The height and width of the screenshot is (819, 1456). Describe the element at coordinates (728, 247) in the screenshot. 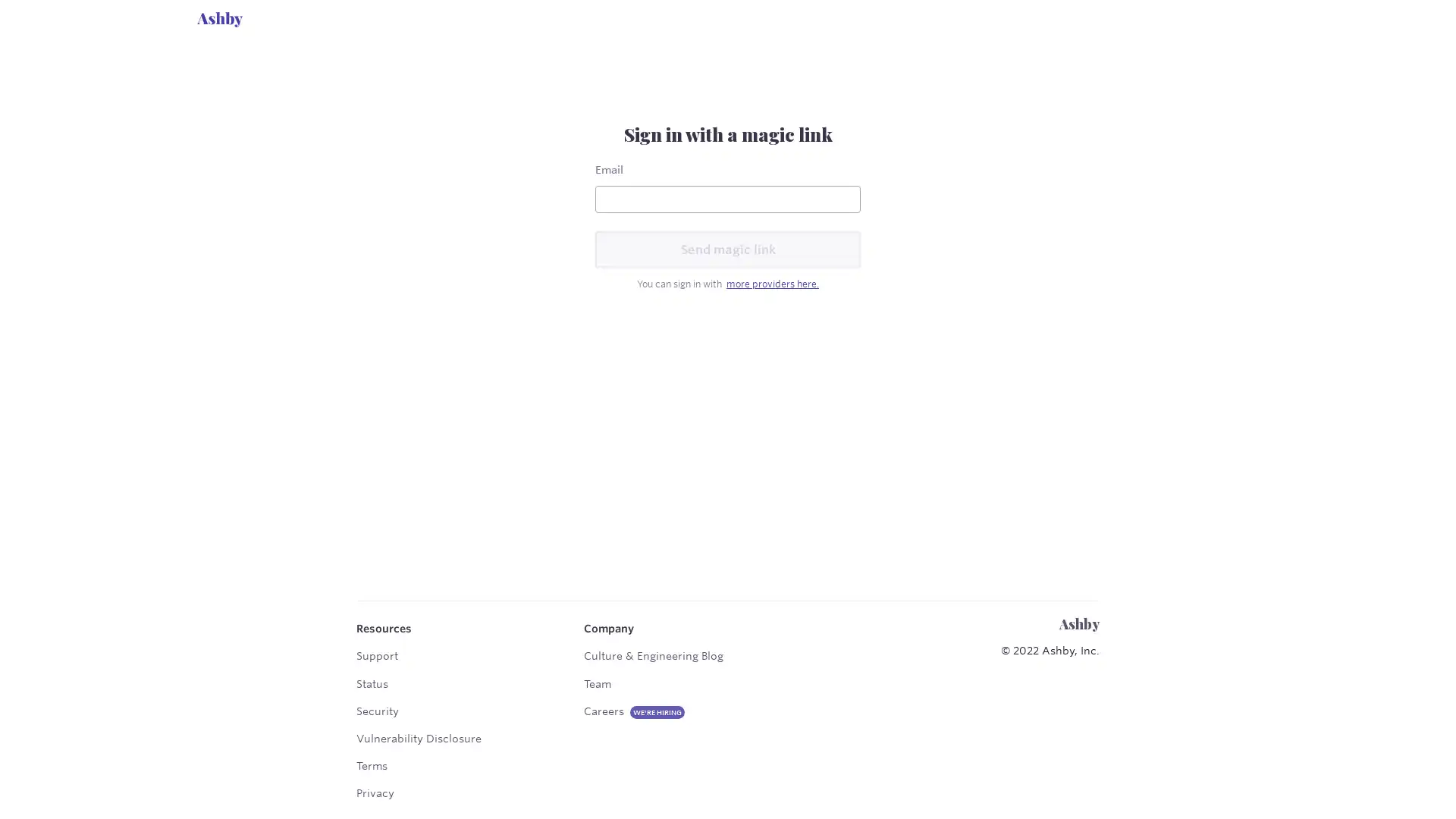

I see `Send magic link` at that location.